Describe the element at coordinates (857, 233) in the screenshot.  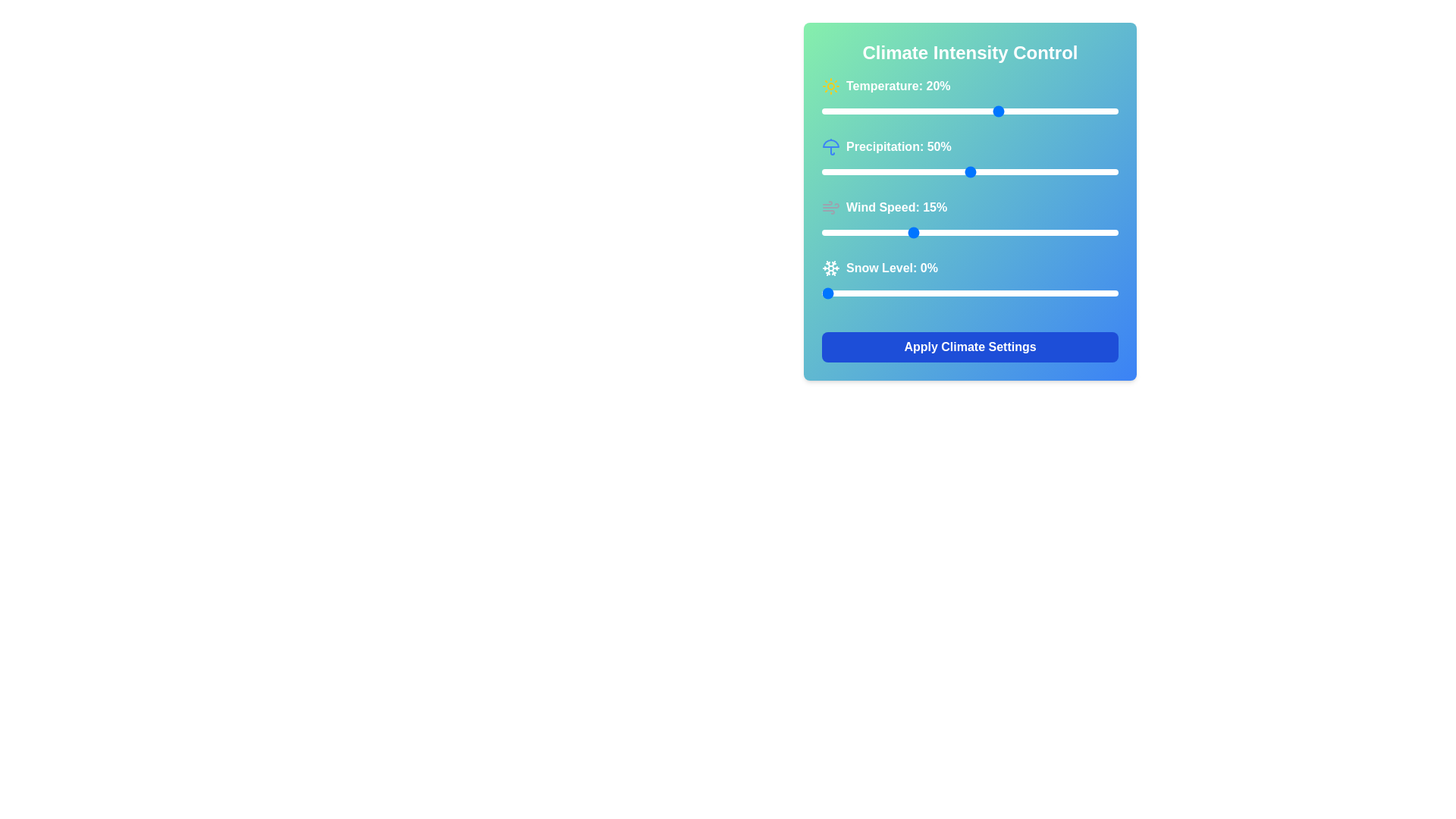
I see `wind speed` at that location.